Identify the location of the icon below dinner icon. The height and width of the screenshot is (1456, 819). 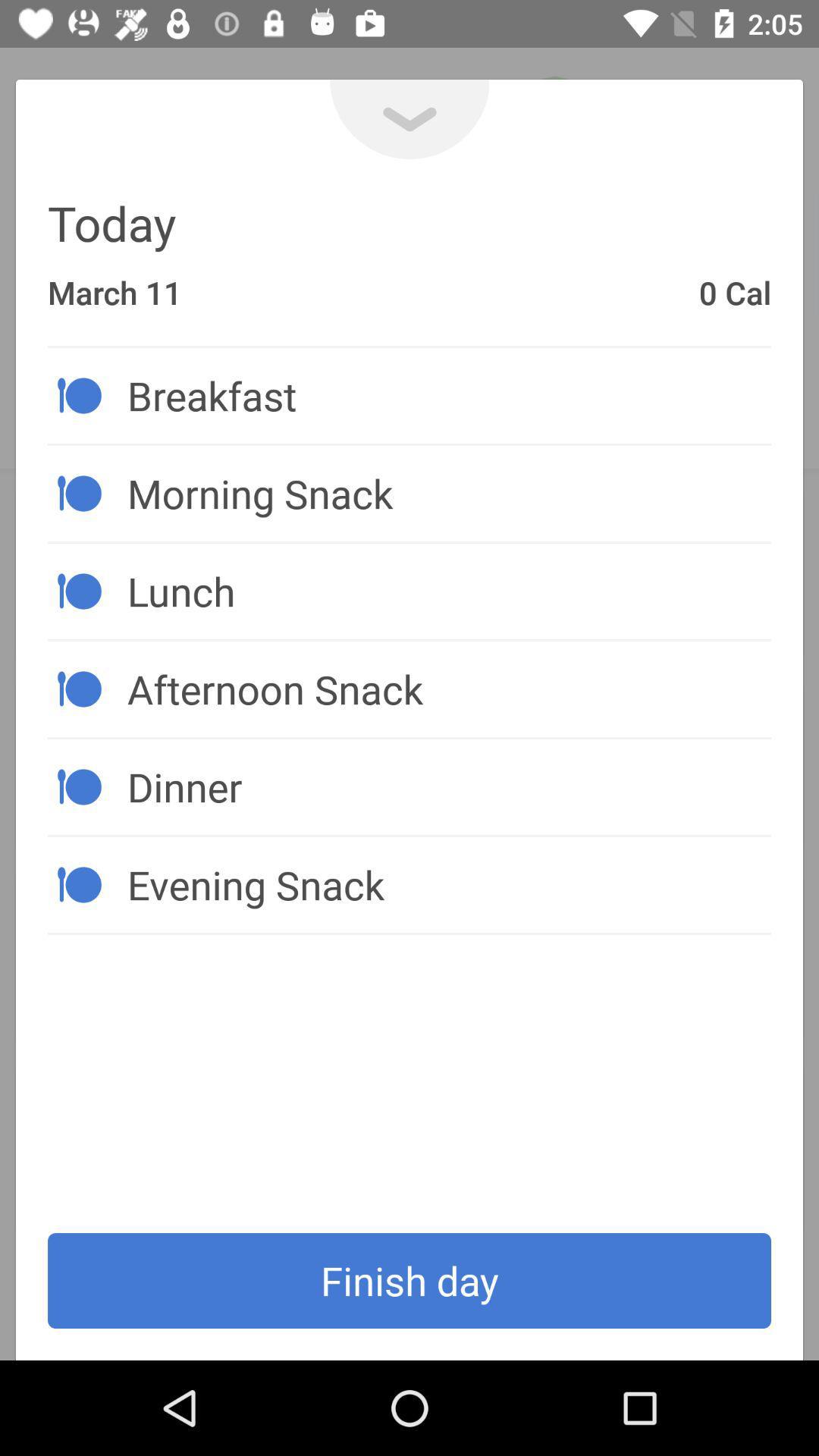
(448, 884).